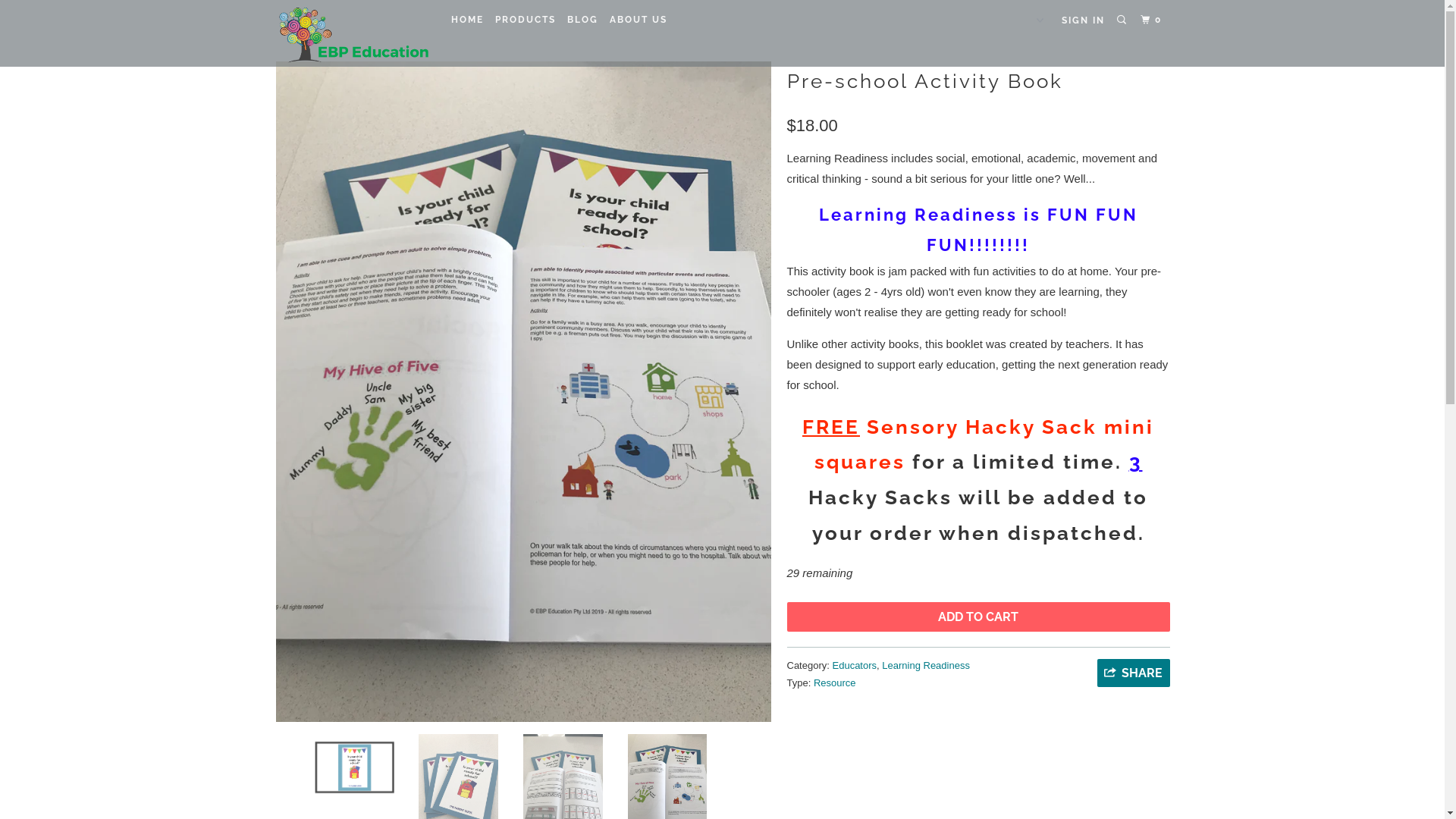 The image size is (1456, 819). What do you see at coordinates (833, 682) in the screenshot?
I see `'Resource'` at bounding box center [833, 682].